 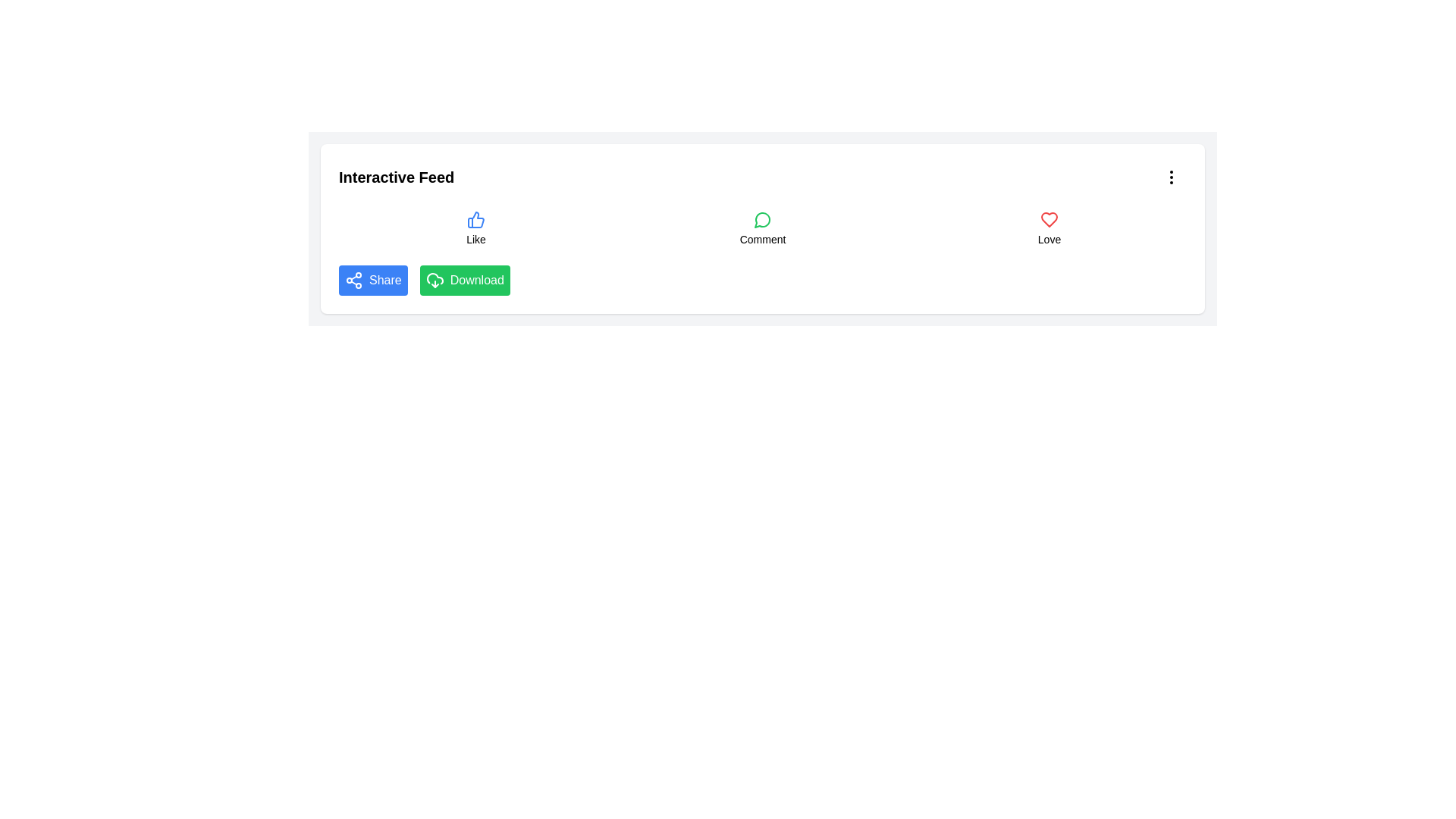 What do you see at coordinates (434, 281) in the screenshot?
I see `the cloud-shaped icon with a downward arrow inside the green 'Download' button to initiate the download` at bounding box center [434, 281].